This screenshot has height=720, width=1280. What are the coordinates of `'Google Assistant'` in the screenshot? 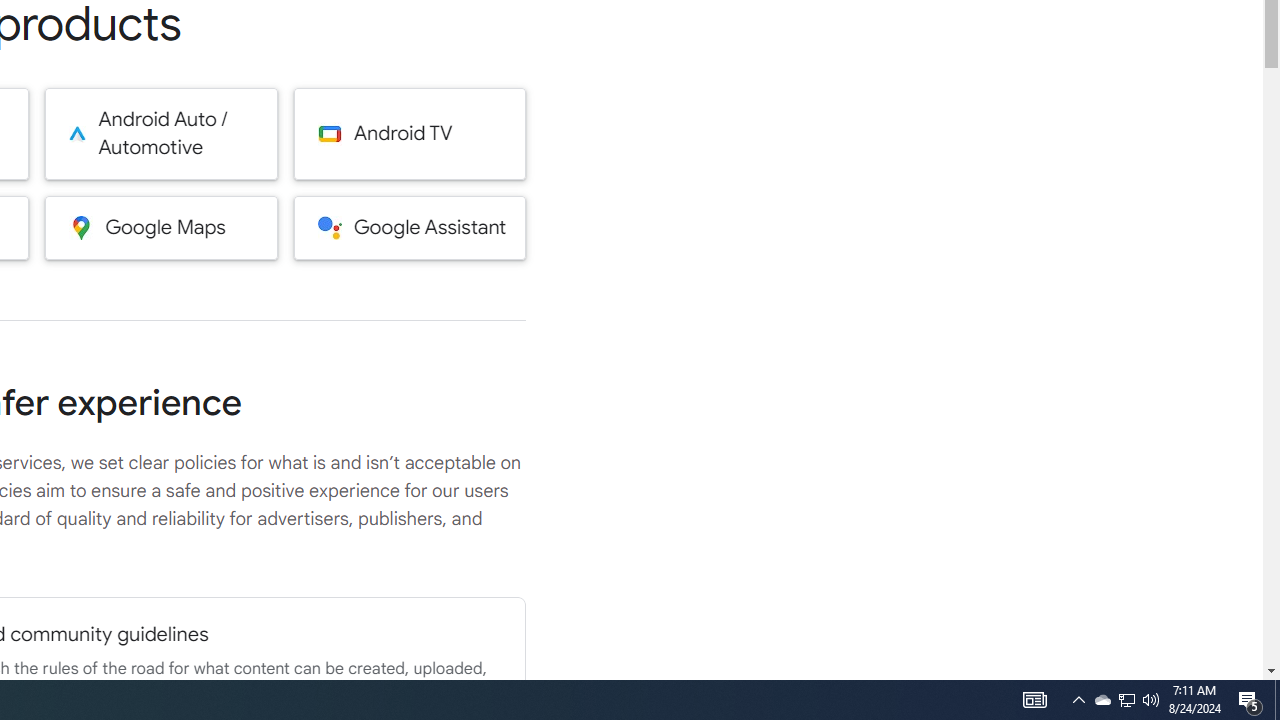 It's located at (409, 226).